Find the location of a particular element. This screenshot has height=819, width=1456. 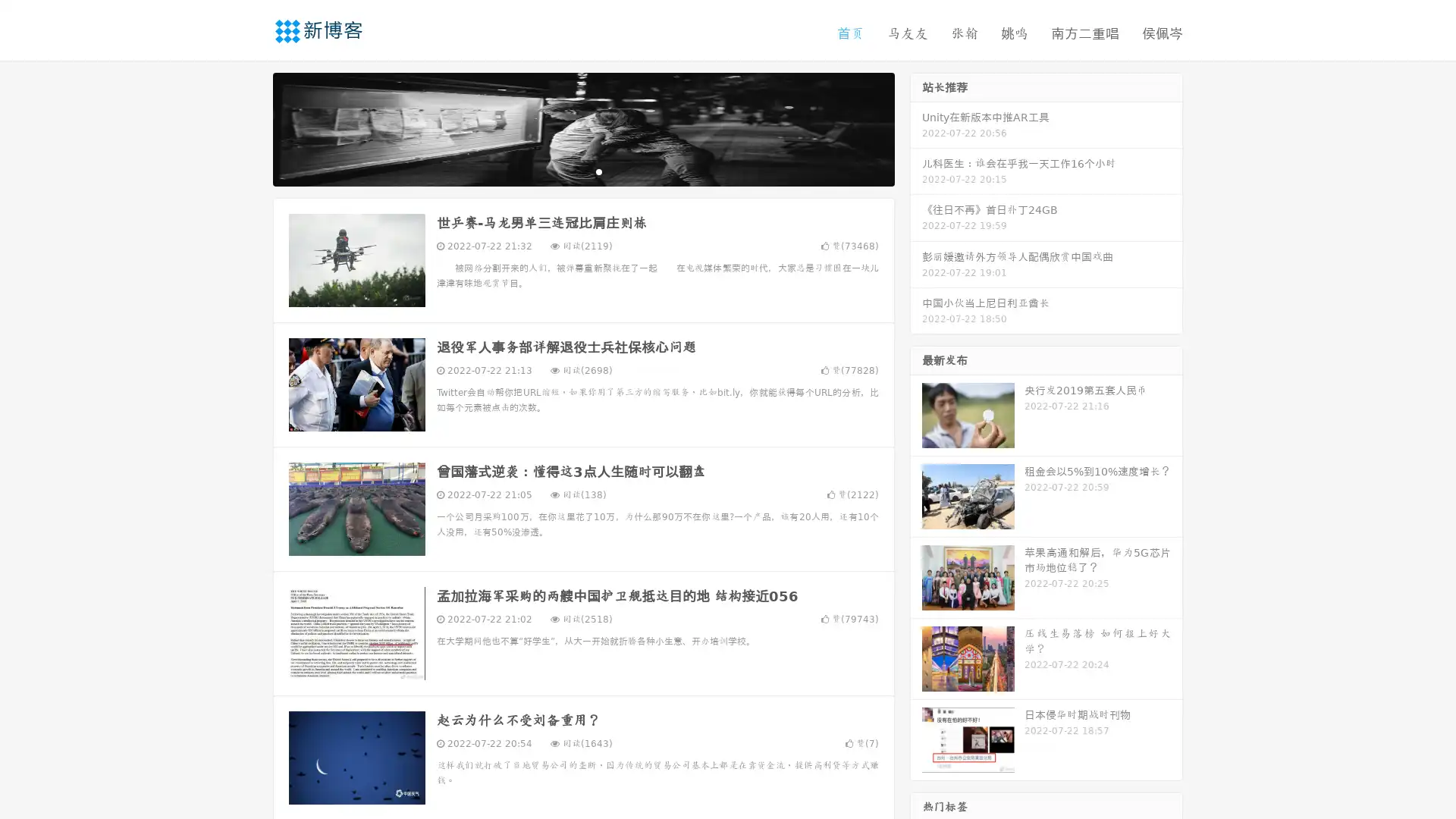

Go to slide 1 is located at coordinates (567, 171).